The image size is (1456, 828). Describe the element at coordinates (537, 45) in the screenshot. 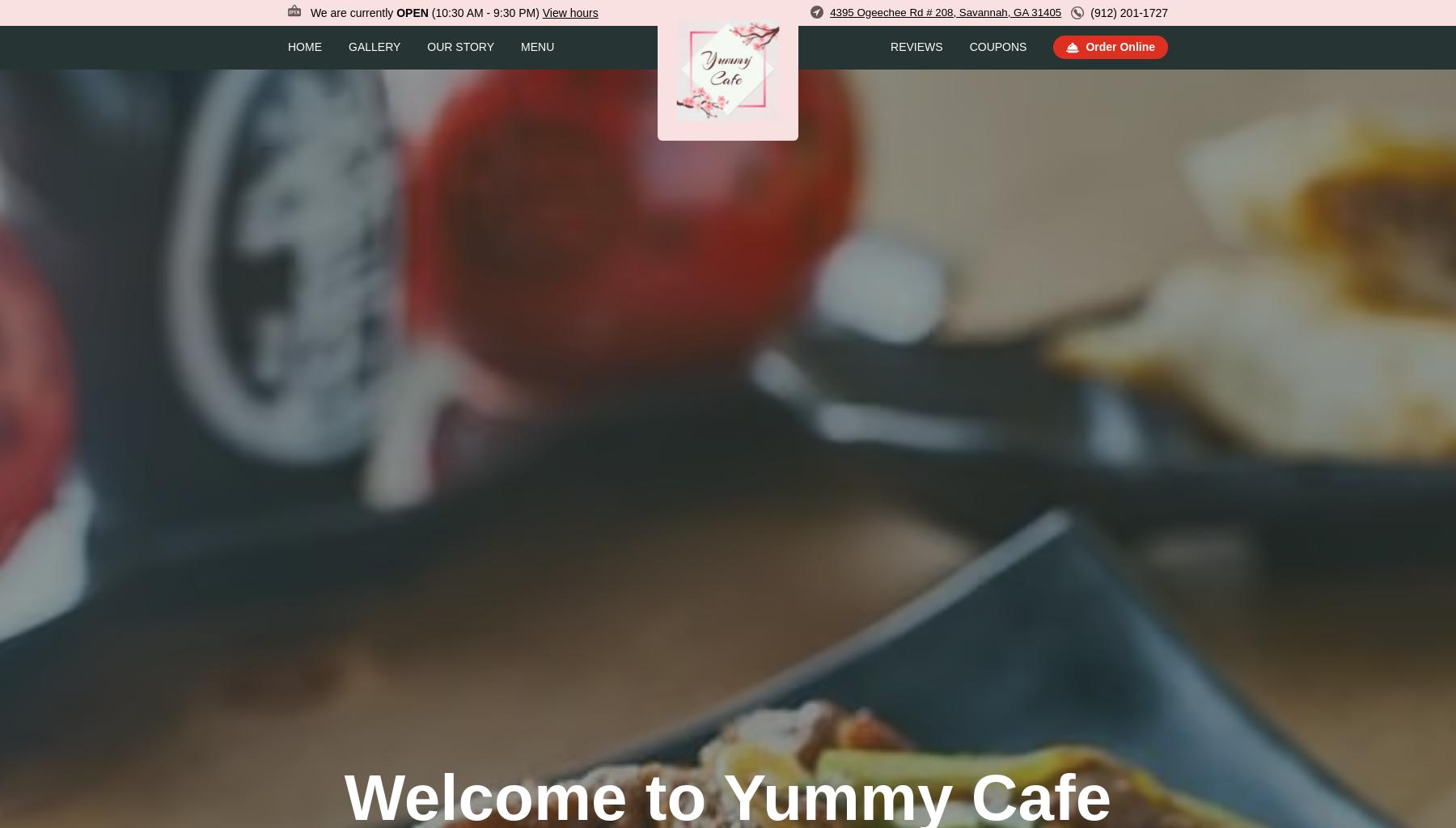

I see `'Menu'` at that location.